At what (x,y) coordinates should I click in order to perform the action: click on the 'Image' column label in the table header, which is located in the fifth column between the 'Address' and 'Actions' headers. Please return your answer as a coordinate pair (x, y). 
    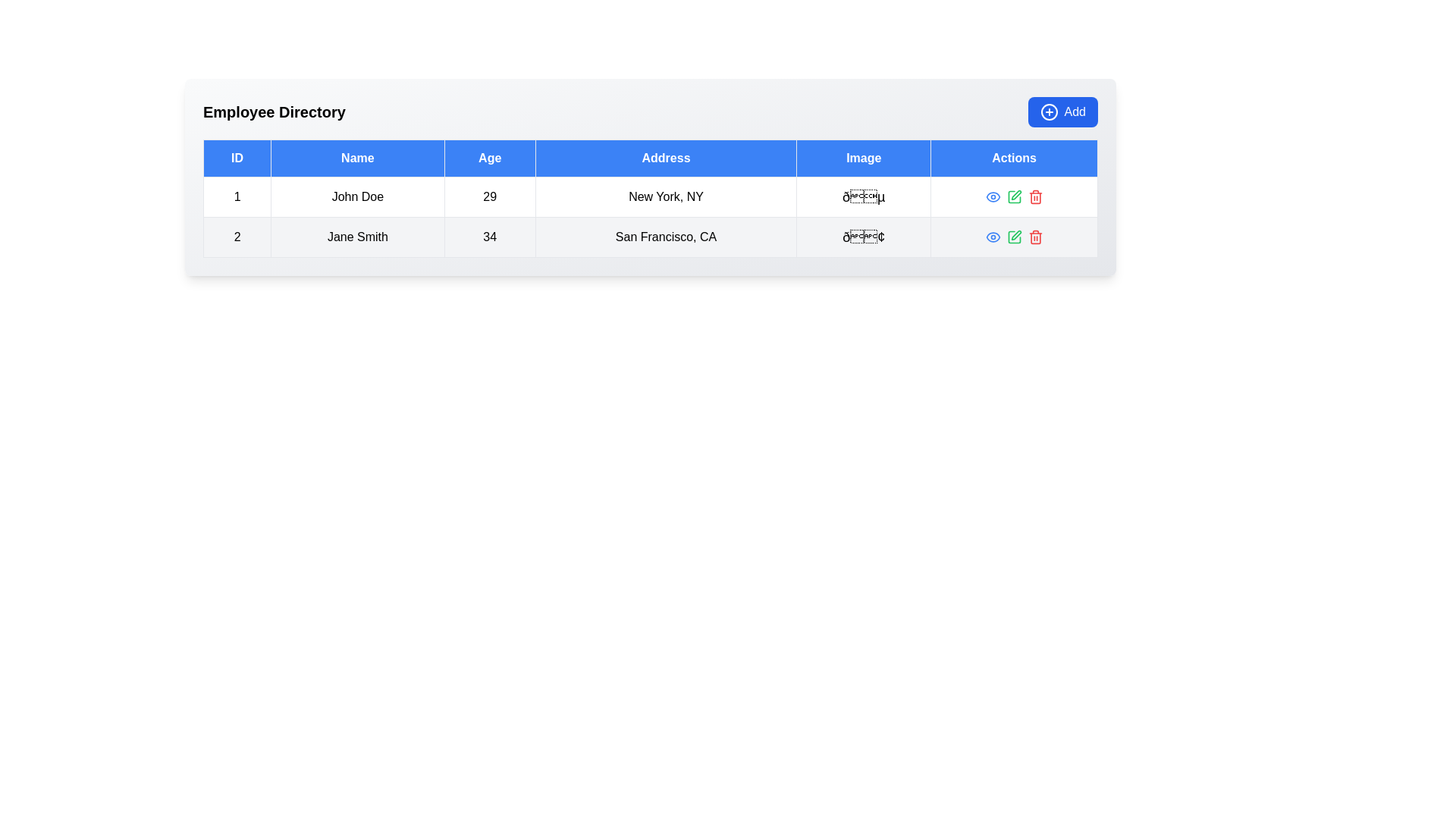
    Looking at the image, I should click on (864, 158).